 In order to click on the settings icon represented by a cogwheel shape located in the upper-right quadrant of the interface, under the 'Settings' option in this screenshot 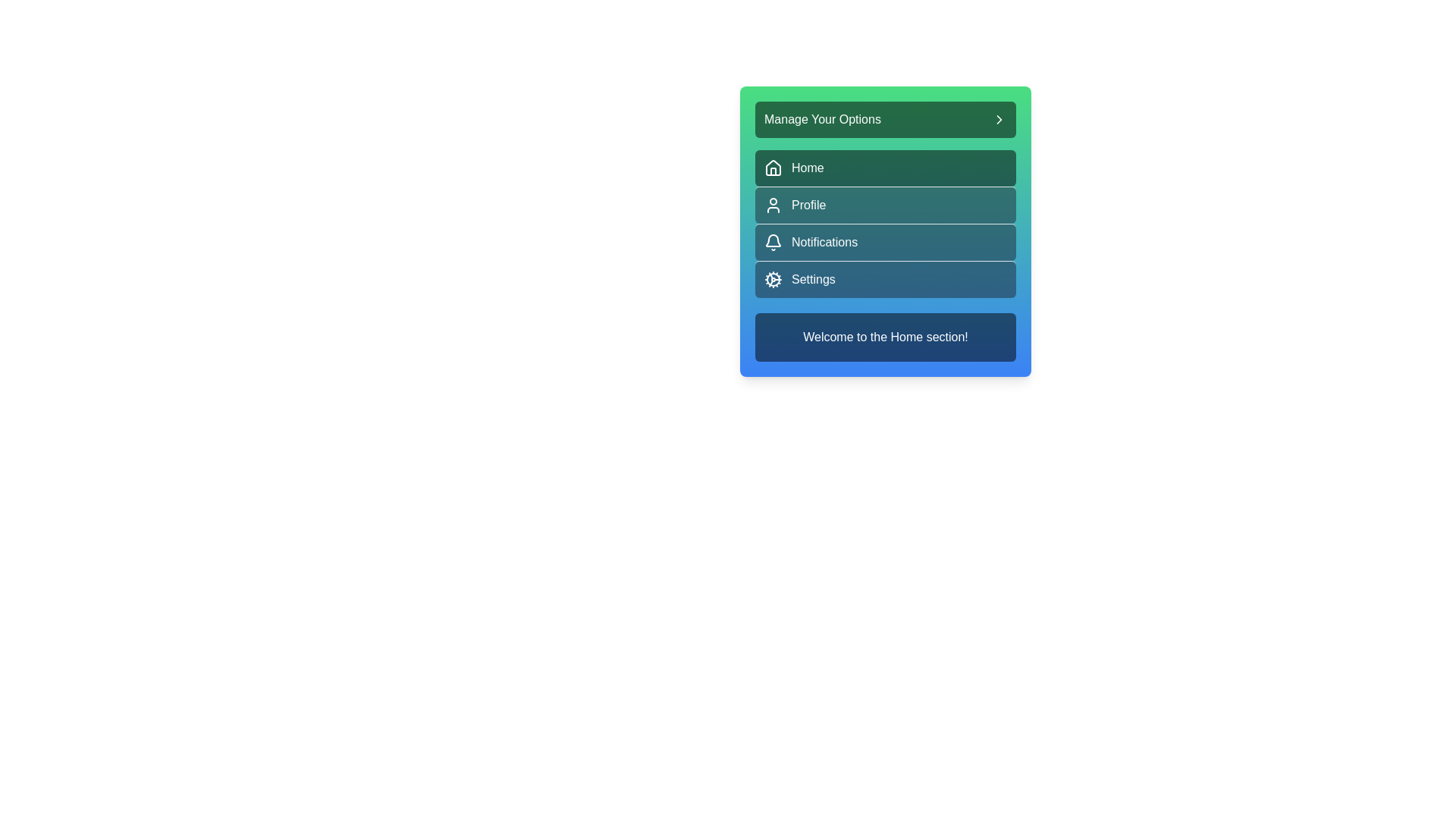, I will do `click(773, 280)`.